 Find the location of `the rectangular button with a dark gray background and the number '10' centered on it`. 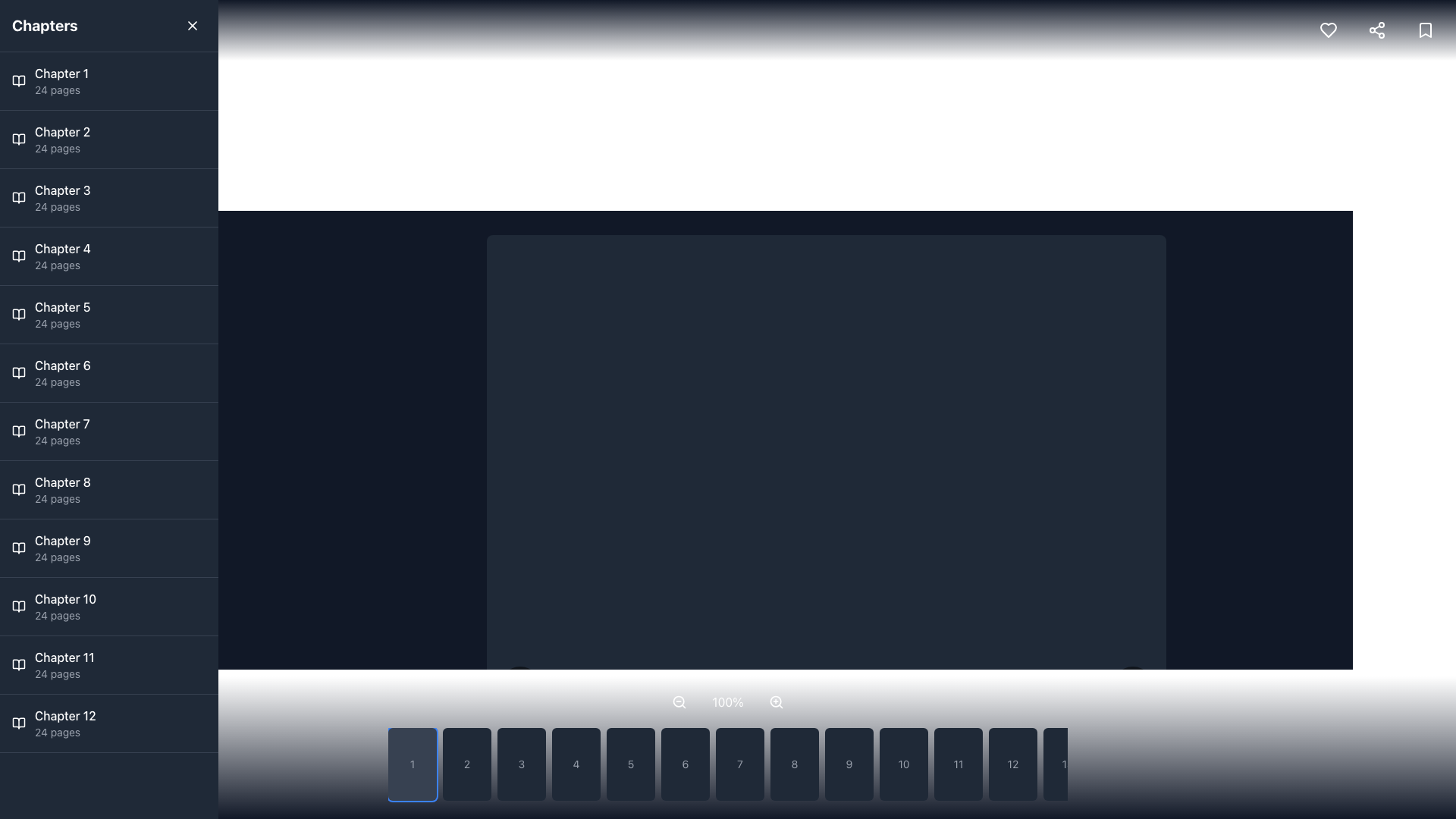

the rectangular button with a dark gray background and the number '10' centered on it is located at coordinates (903, 764).